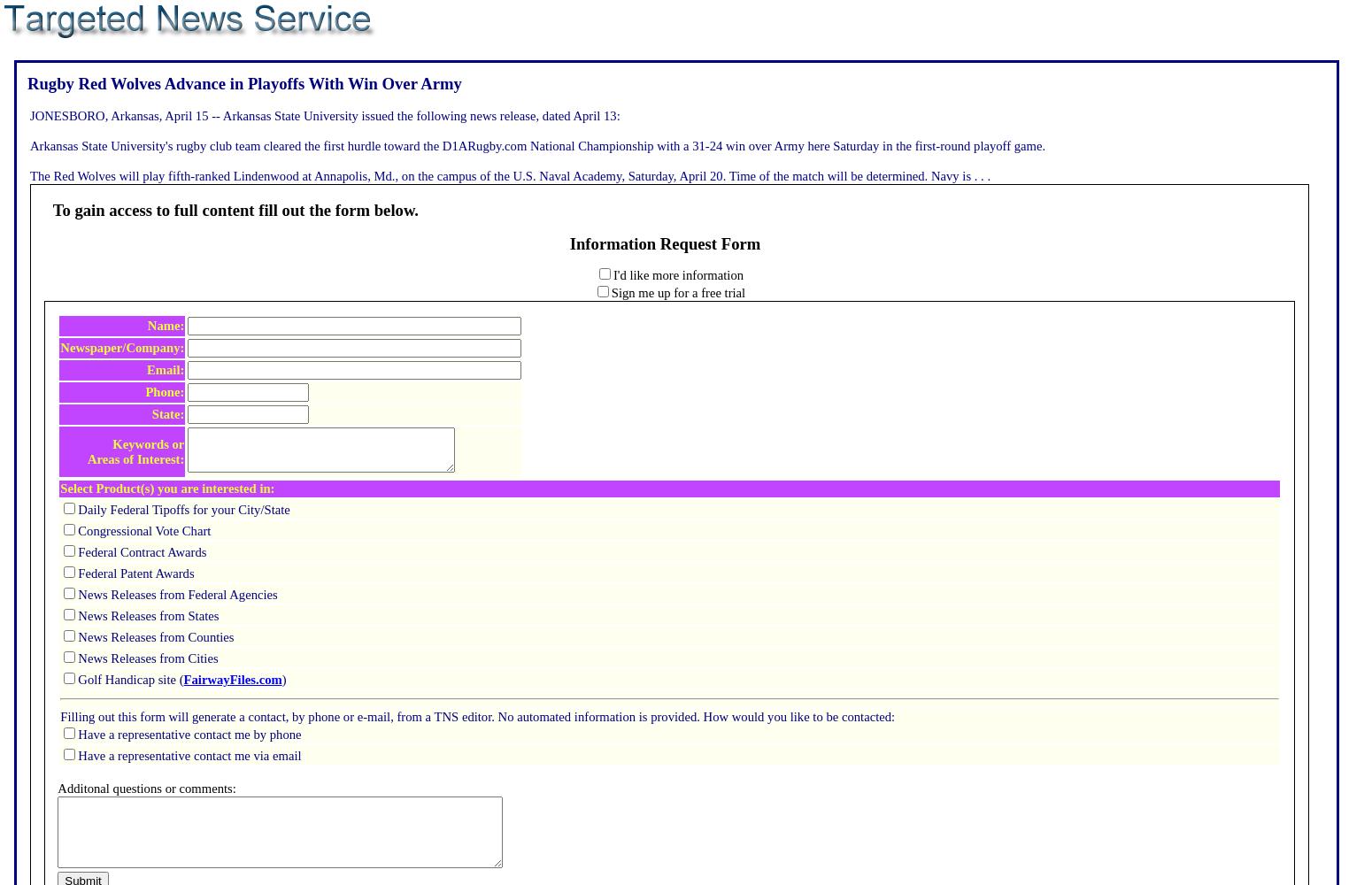 The image size is (1372, 885). Describe the element at coordinates (235, 208) in the screenshot. I see `'To gain access to full content fill out the form below.'` at that location.